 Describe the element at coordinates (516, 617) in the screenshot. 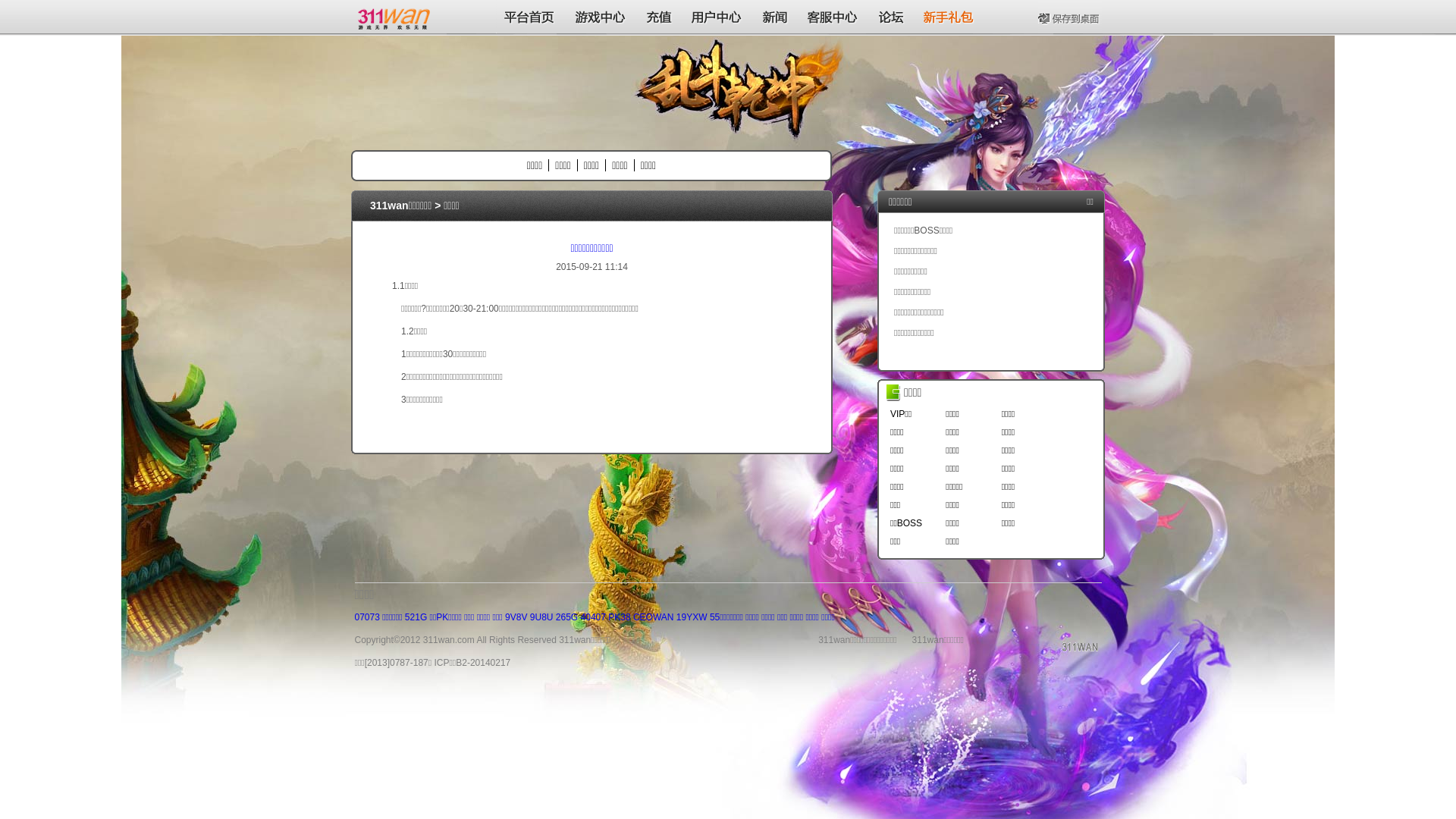

I see `'9V8V'` at that location.